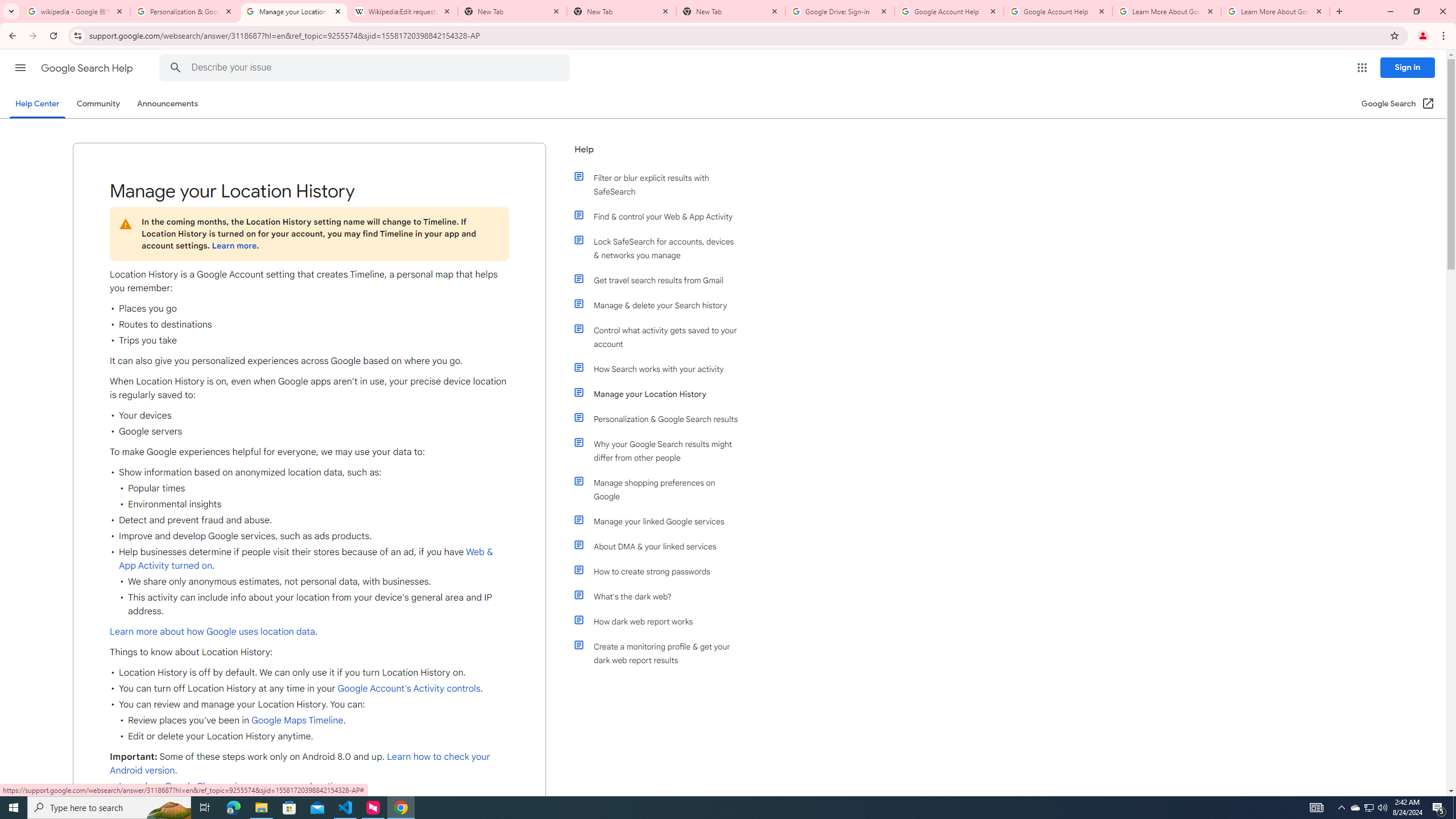  What do you see at coordinates (661, 216) in the screenshot?
I see `'Find & control your Web & App Activity'` at bounding box center [661, 216].